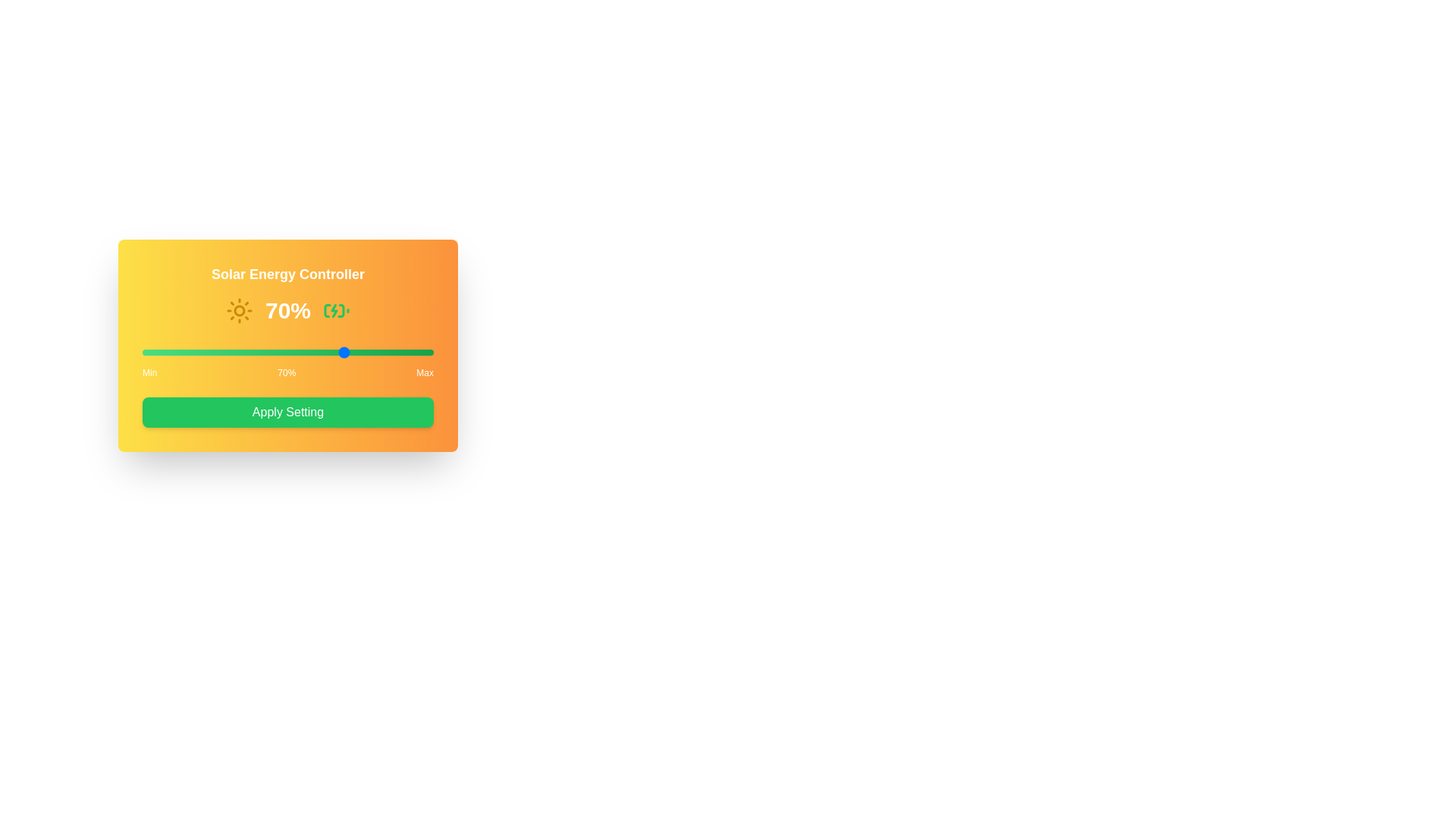 Image resolution: width=1456 pixels, height=819 pixels. Describe the element at coordinates (196, 353) in the screenshot. I see `the solar input slider to 19%` at that location.